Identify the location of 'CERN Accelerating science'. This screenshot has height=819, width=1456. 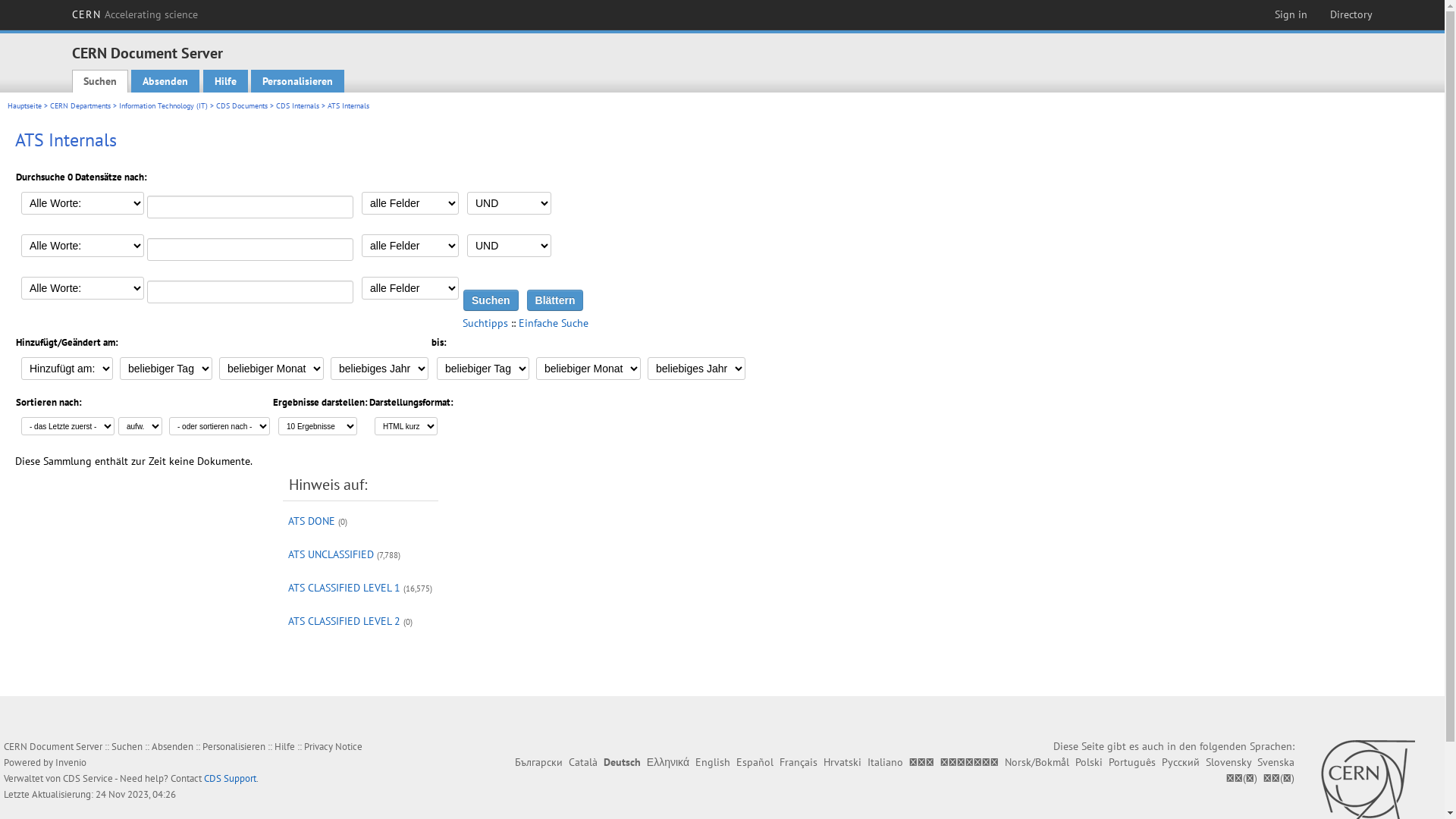
(134, 14).